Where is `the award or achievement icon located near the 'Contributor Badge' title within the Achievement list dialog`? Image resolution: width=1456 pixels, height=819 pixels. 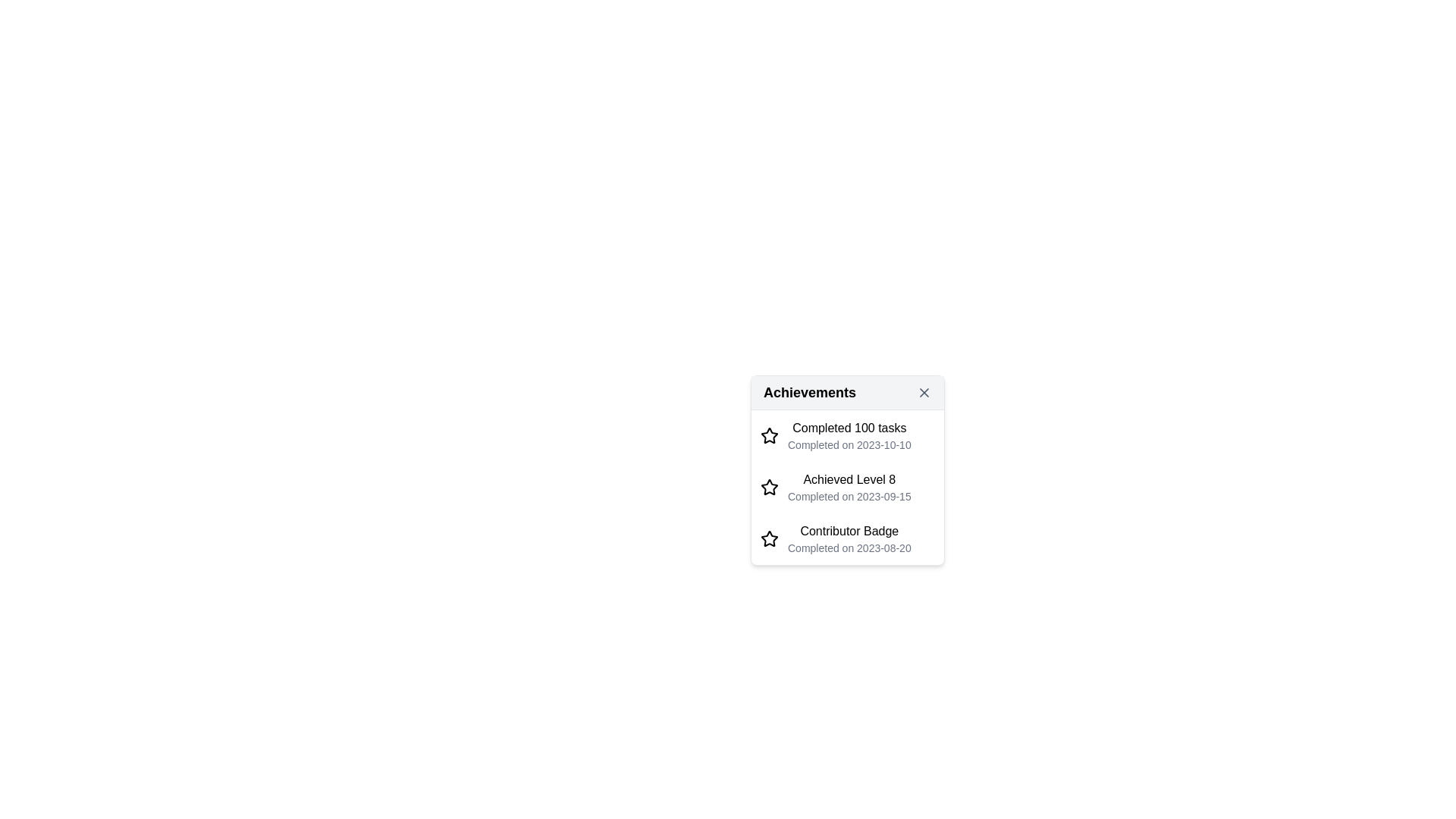 the award or achievement icon located near the 'Contributor Badge' title within the Achievement list dialog is located at coordinates (769, 537).